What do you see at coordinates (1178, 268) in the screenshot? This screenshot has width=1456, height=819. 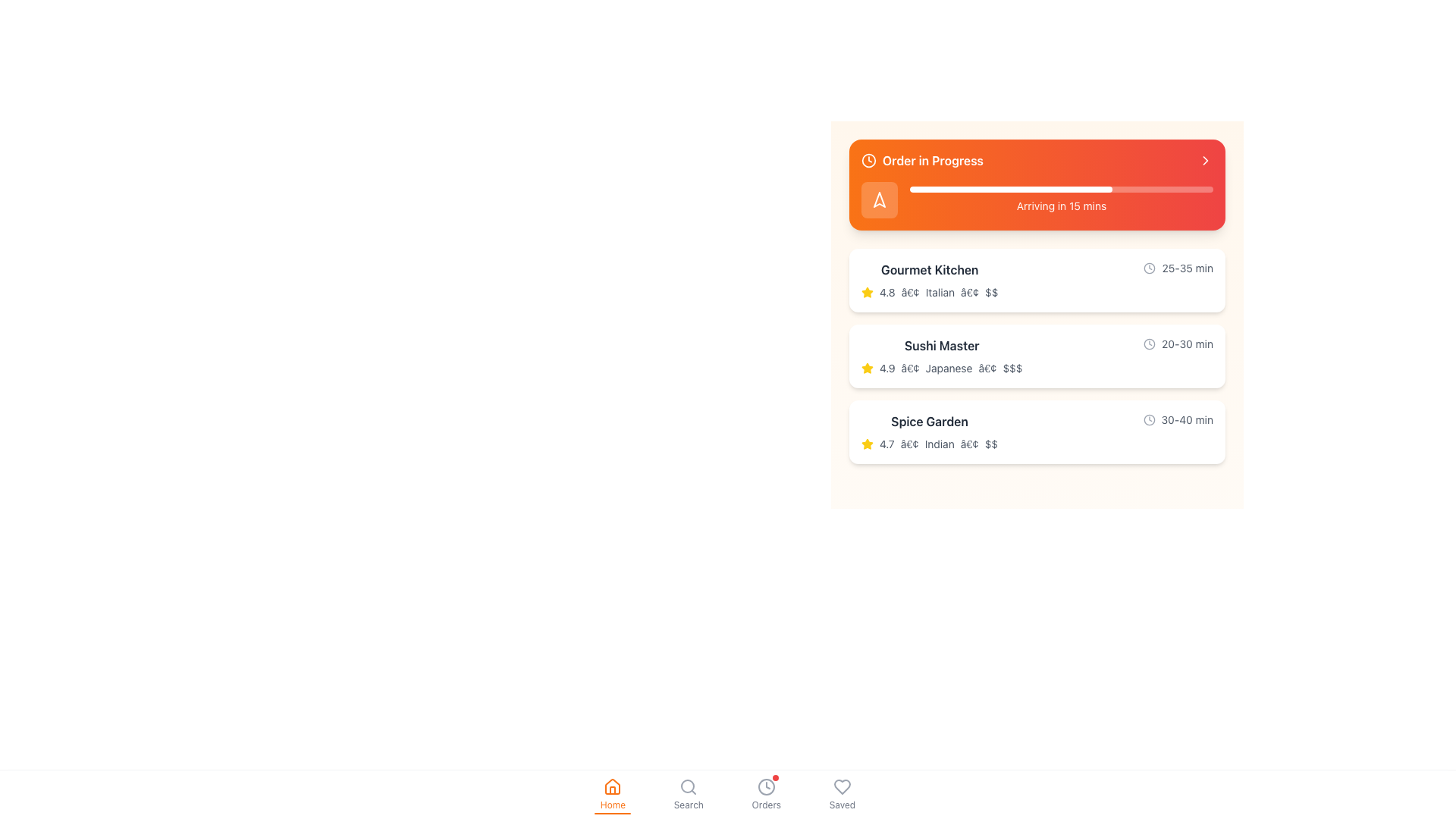 I see `the text label that provides information about the estimated delivery time of the 'Gourmet Kitchen' restaurant, located on the right side of the 'Gourmet Kitchen' section` at bounding box center [1178, 268].